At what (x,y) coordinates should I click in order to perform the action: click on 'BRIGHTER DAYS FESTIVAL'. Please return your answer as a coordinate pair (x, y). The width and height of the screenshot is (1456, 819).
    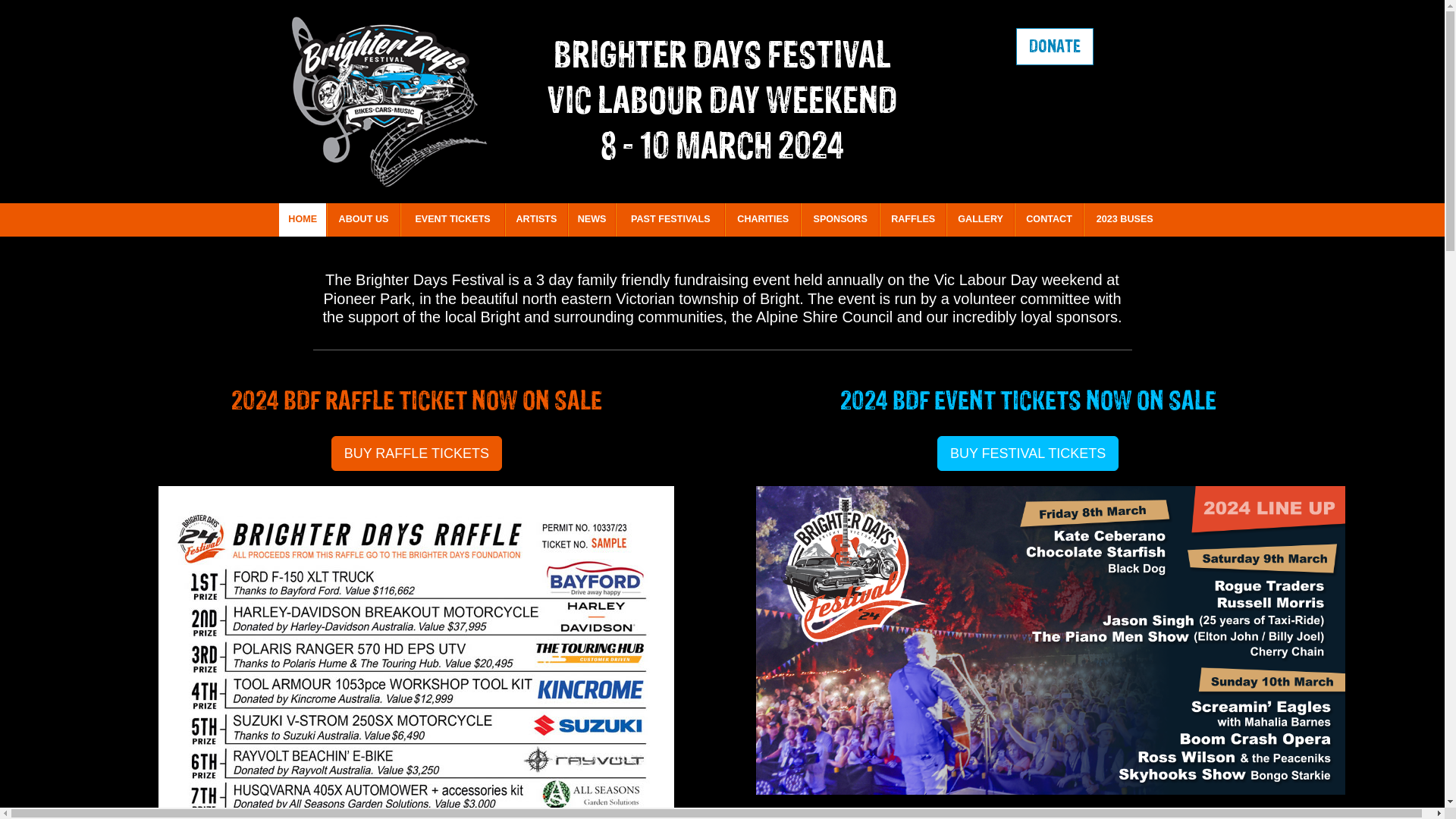
    Looking at the image, I should click on (721, 54).